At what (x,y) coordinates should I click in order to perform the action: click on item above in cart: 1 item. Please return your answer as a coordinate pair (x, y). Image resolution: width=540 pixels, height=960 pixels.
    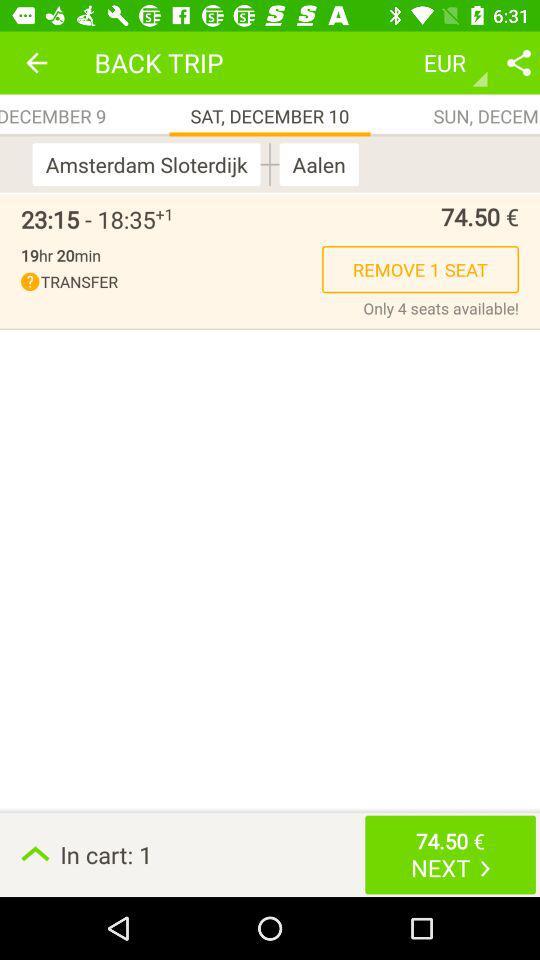
    Looking at the image, I should click on (441, 308).